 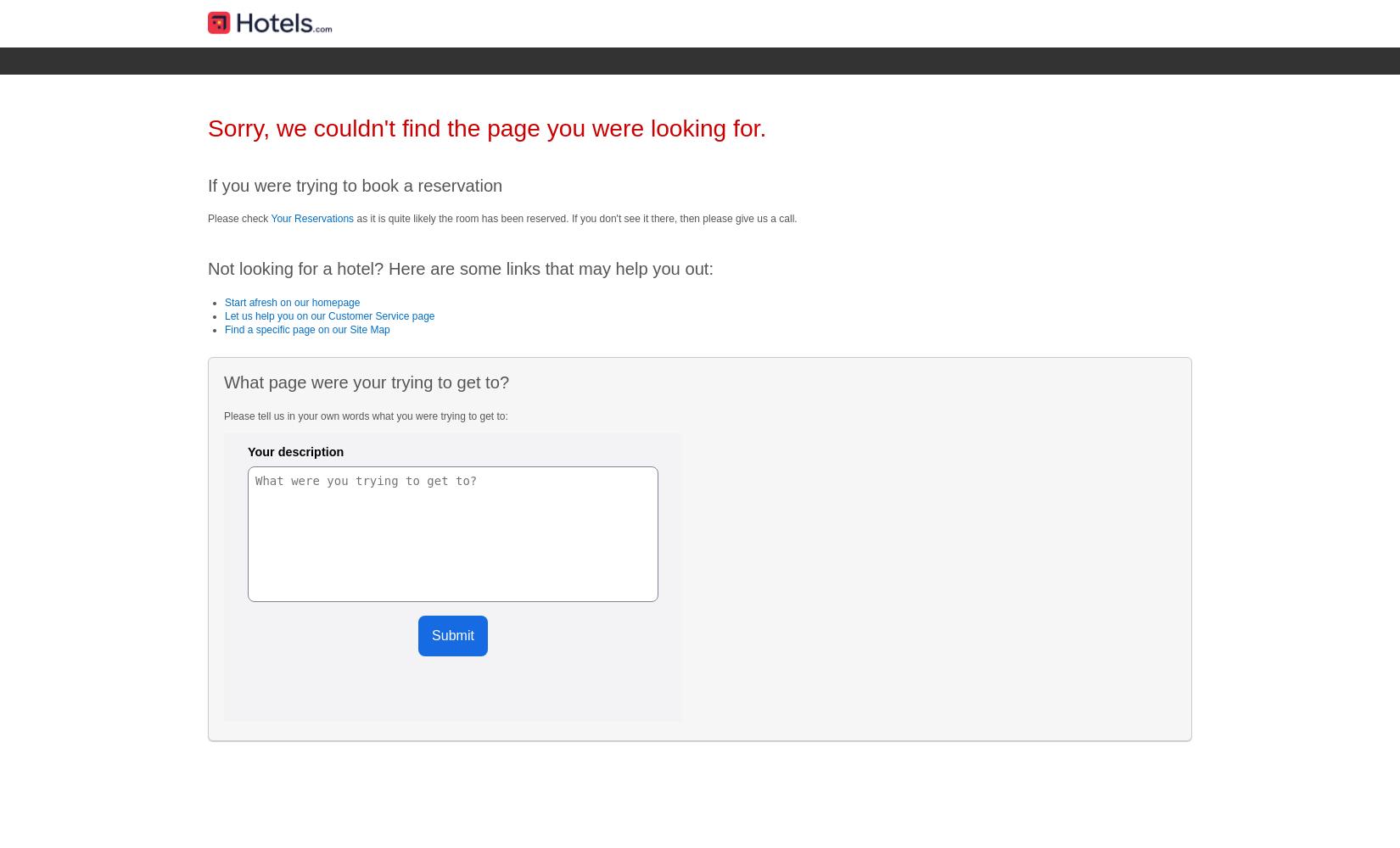 I want to click on 'If you were trying to book a reservation', so click(x=208, y=184).